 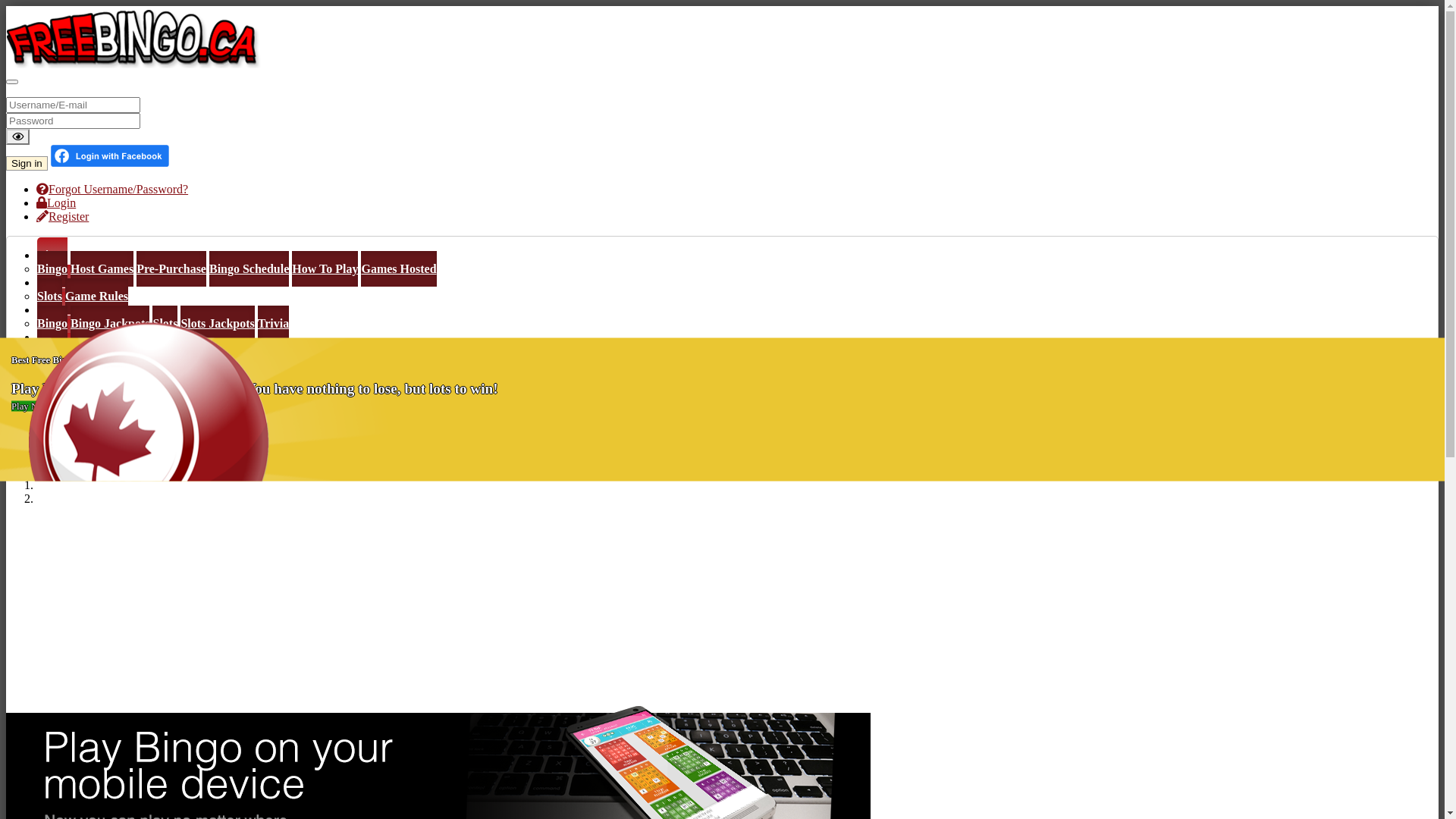 I want to click on 'Game Rules', so click(x=96, y=296).